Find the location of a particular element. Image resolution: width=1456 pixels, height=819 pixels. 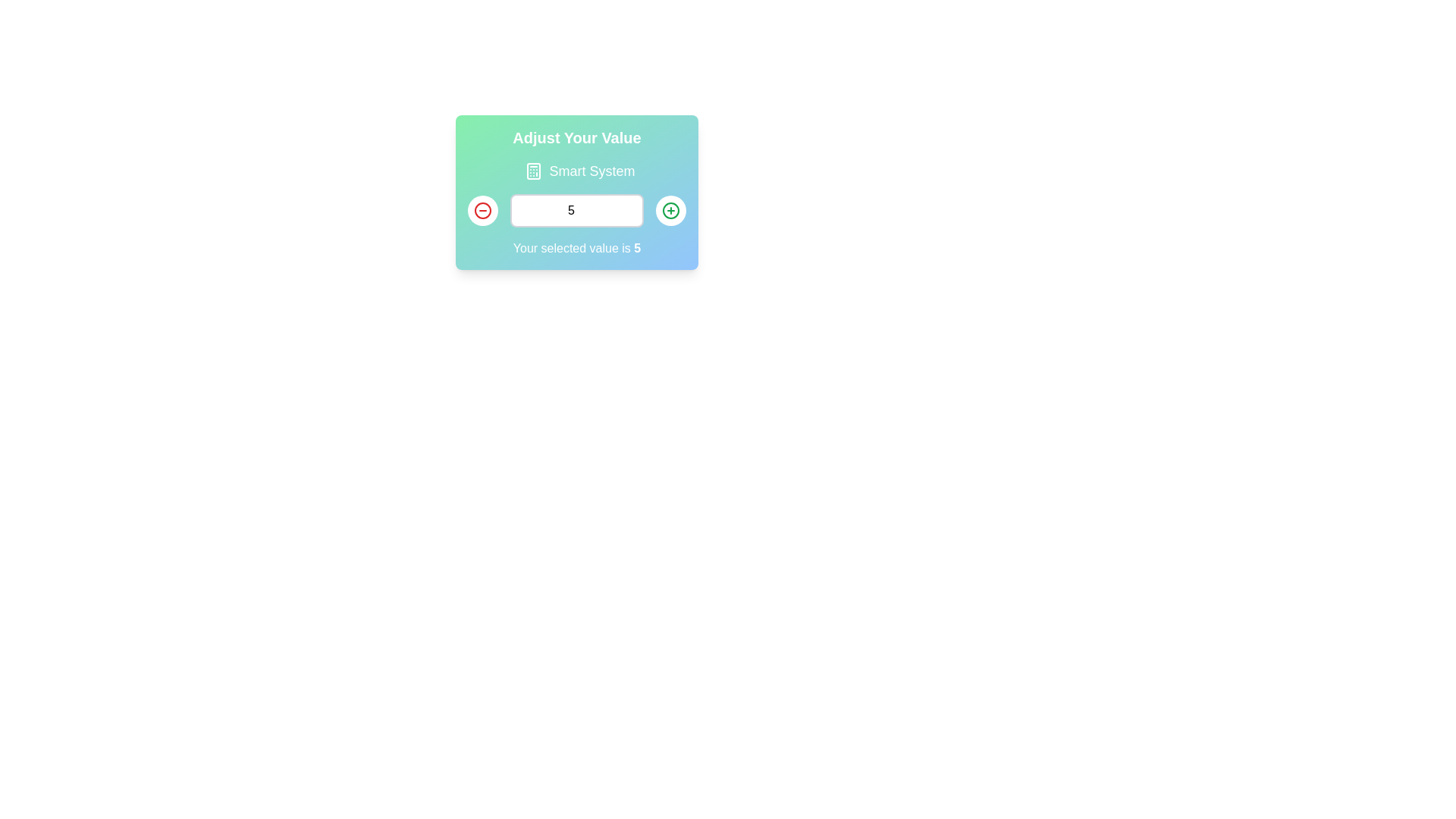

numeric value '5' displayed within the sentence 'Your selected value is 5' located at the bottom of the modal card interface is located at coordinates (637, 247).